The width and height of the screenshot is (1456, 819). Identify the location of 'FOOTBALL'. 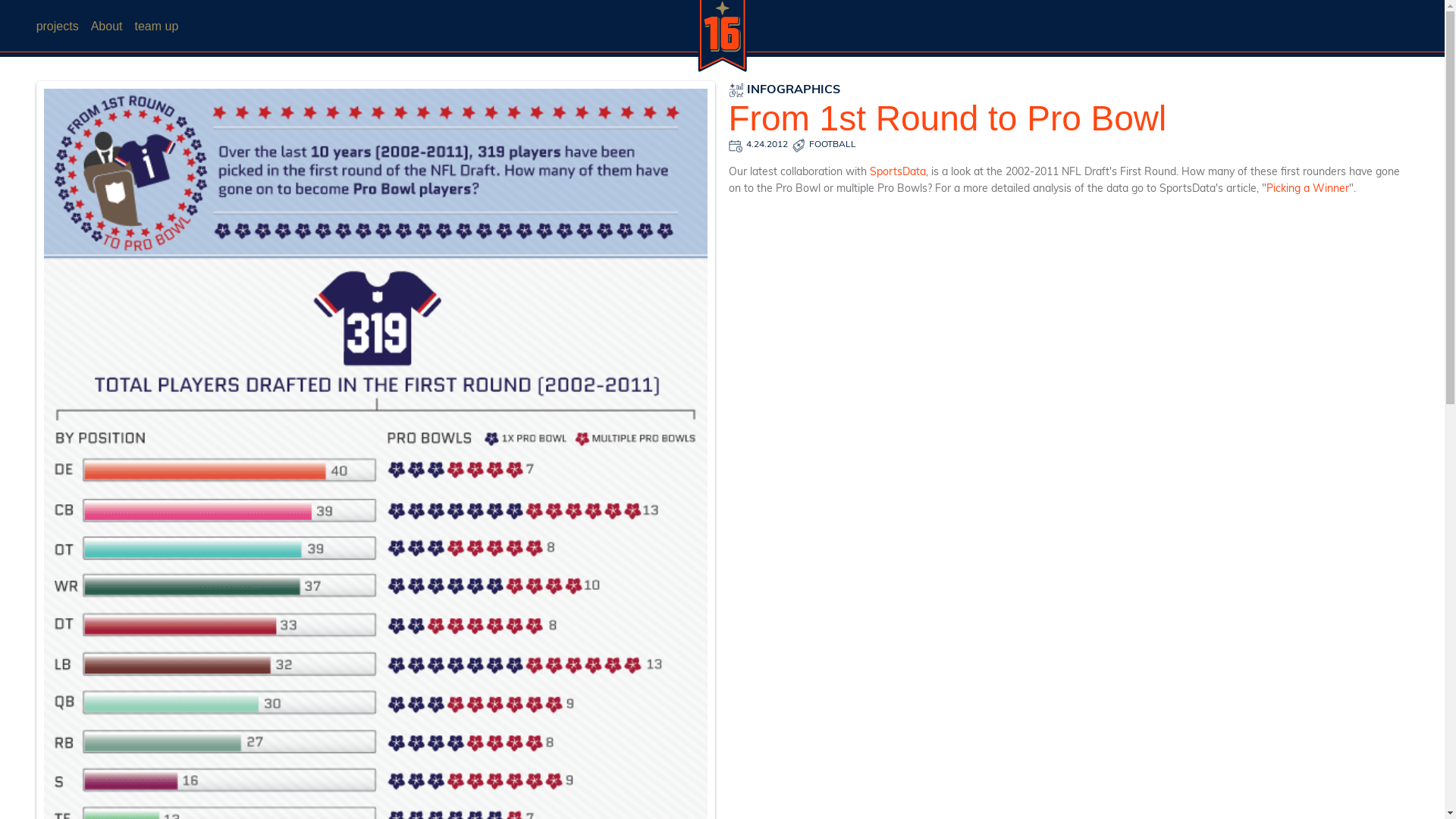
(832, 145).